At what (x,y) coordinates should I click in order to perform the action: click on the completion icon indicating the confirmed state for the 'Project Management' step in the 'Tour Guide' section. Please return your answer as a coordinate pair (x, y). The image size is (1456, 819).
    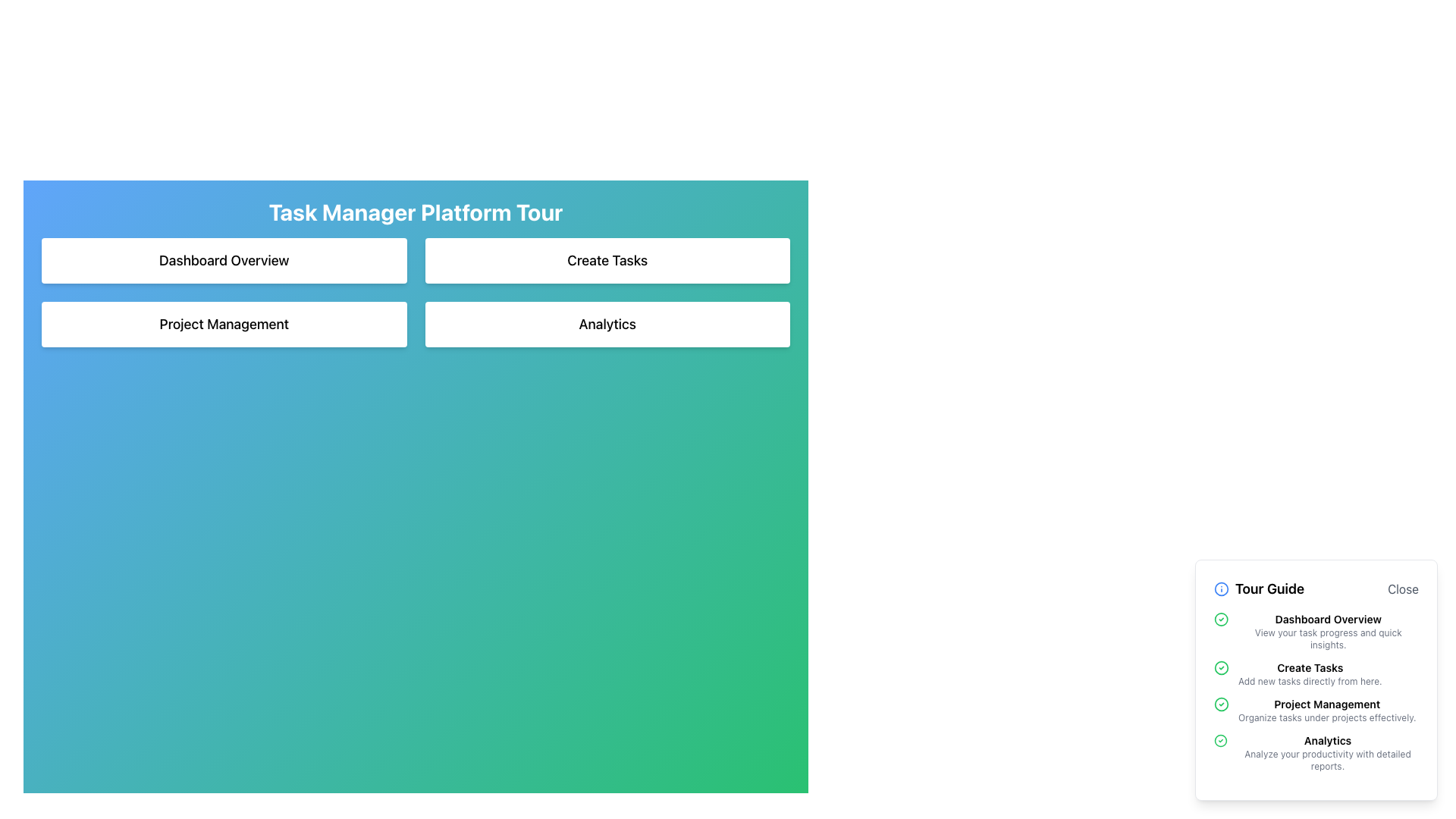
    Looking at the image, I should click on (1222, 704).